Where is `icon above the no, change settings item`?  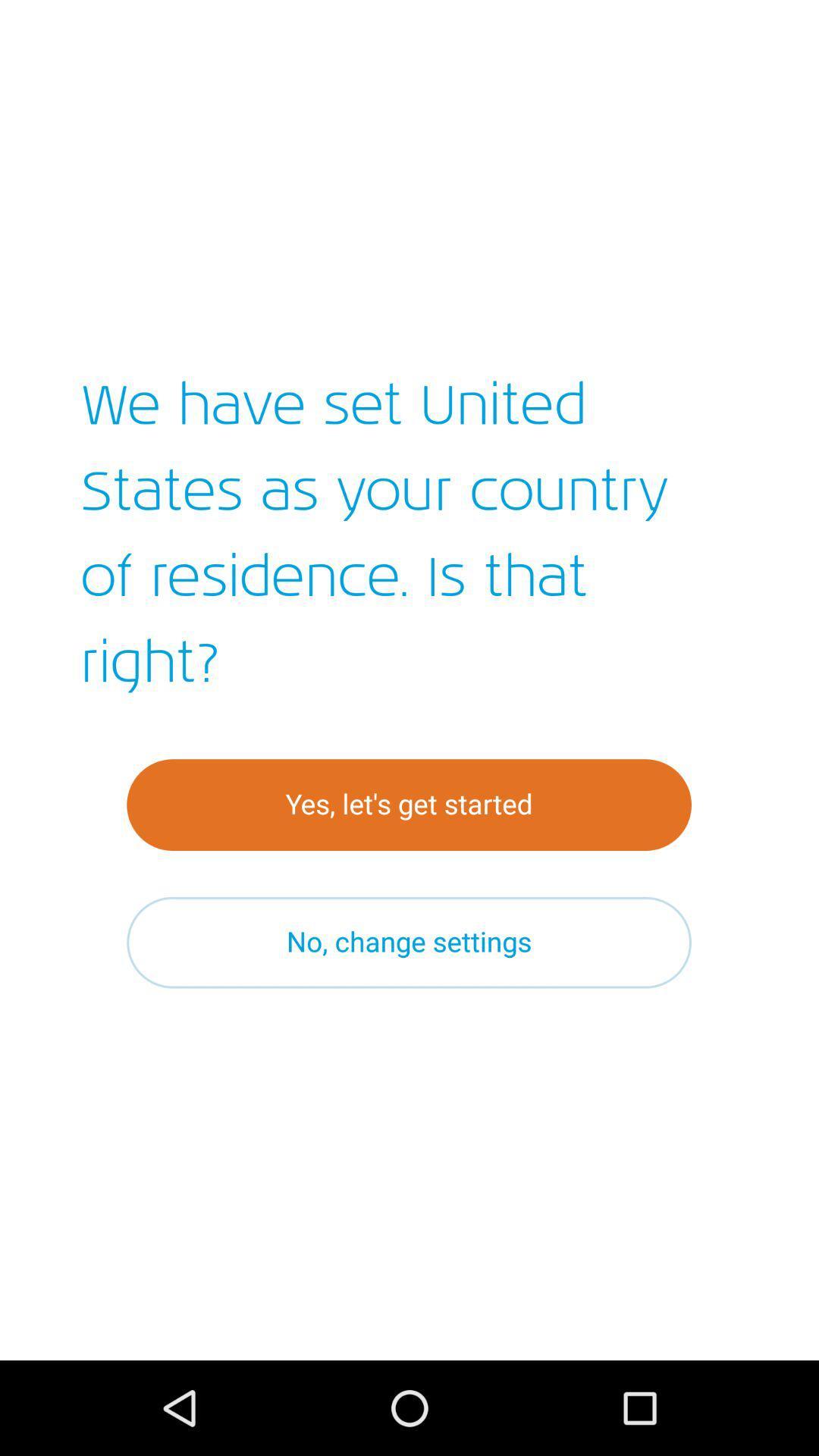 icon above the no, change settings item is located at coordinates (408, 804).